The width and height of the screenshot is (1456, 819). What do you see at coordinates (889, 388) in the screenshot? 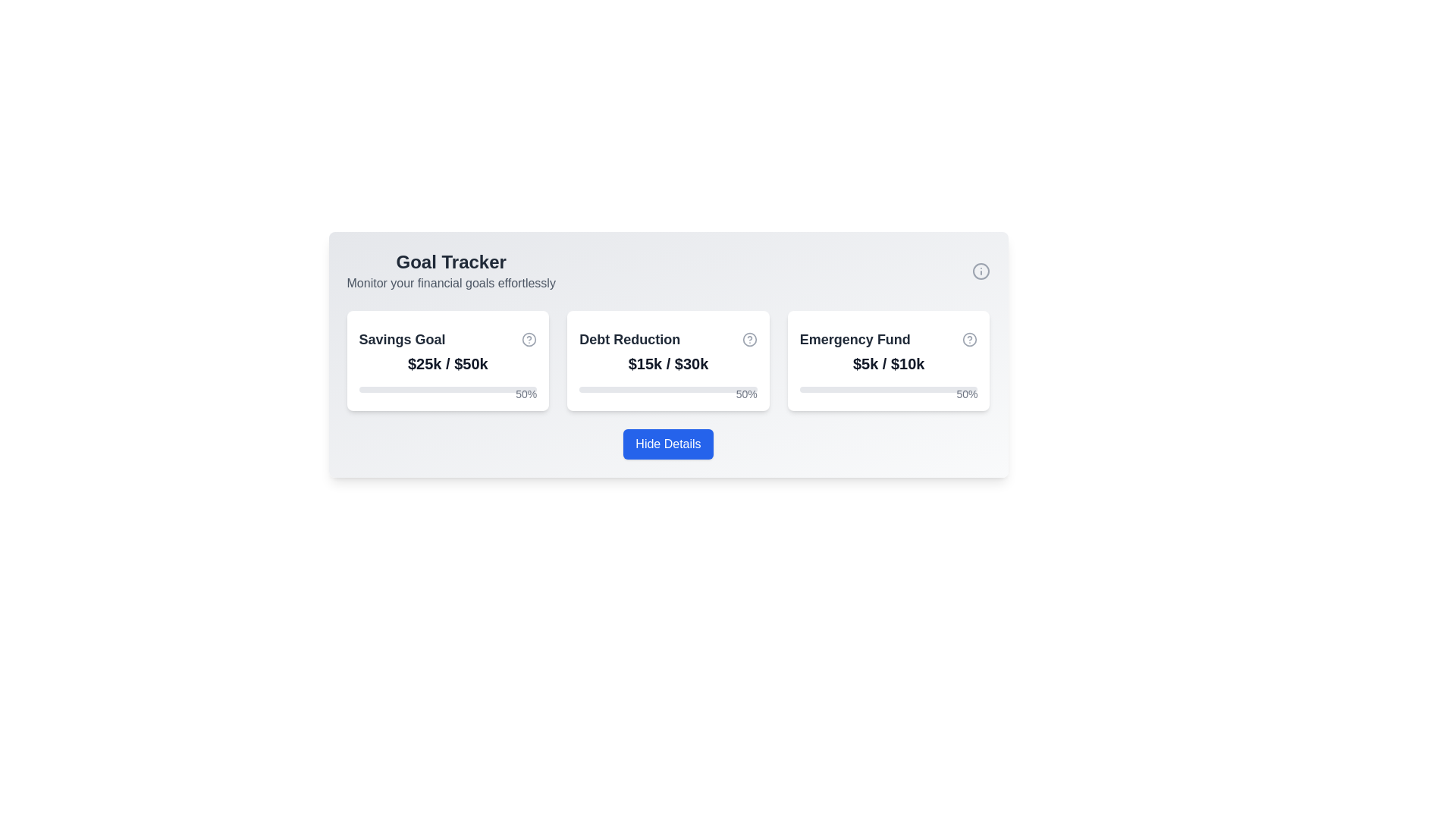
I see `text displayed on the Progress bar with label located at the bottom of the 'Emergency Fund' card, below the '$5k / $10k' text` at bounding box center [889, 388].